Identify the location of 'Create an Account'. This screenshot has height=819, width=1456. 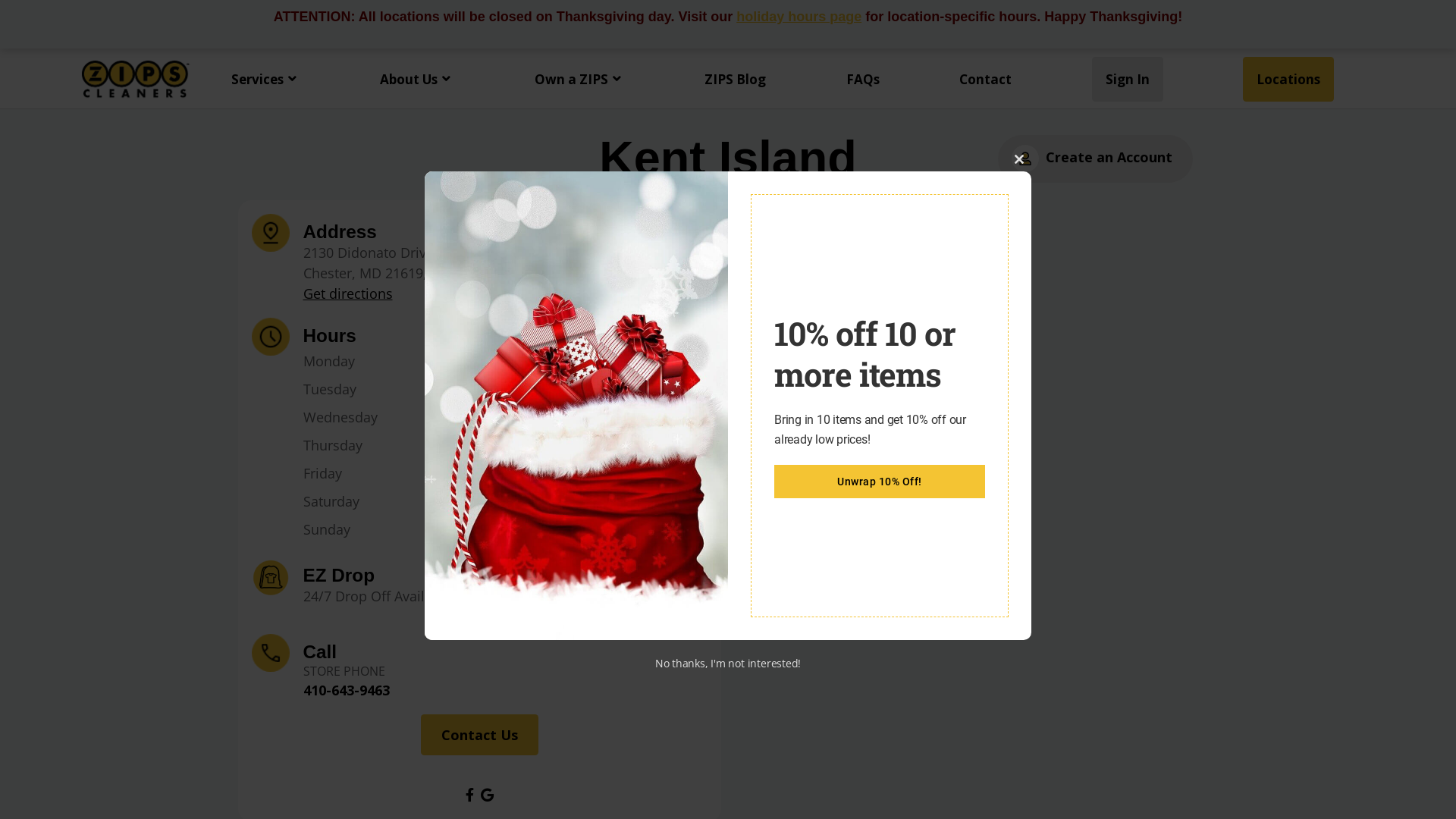
(1095, 158).